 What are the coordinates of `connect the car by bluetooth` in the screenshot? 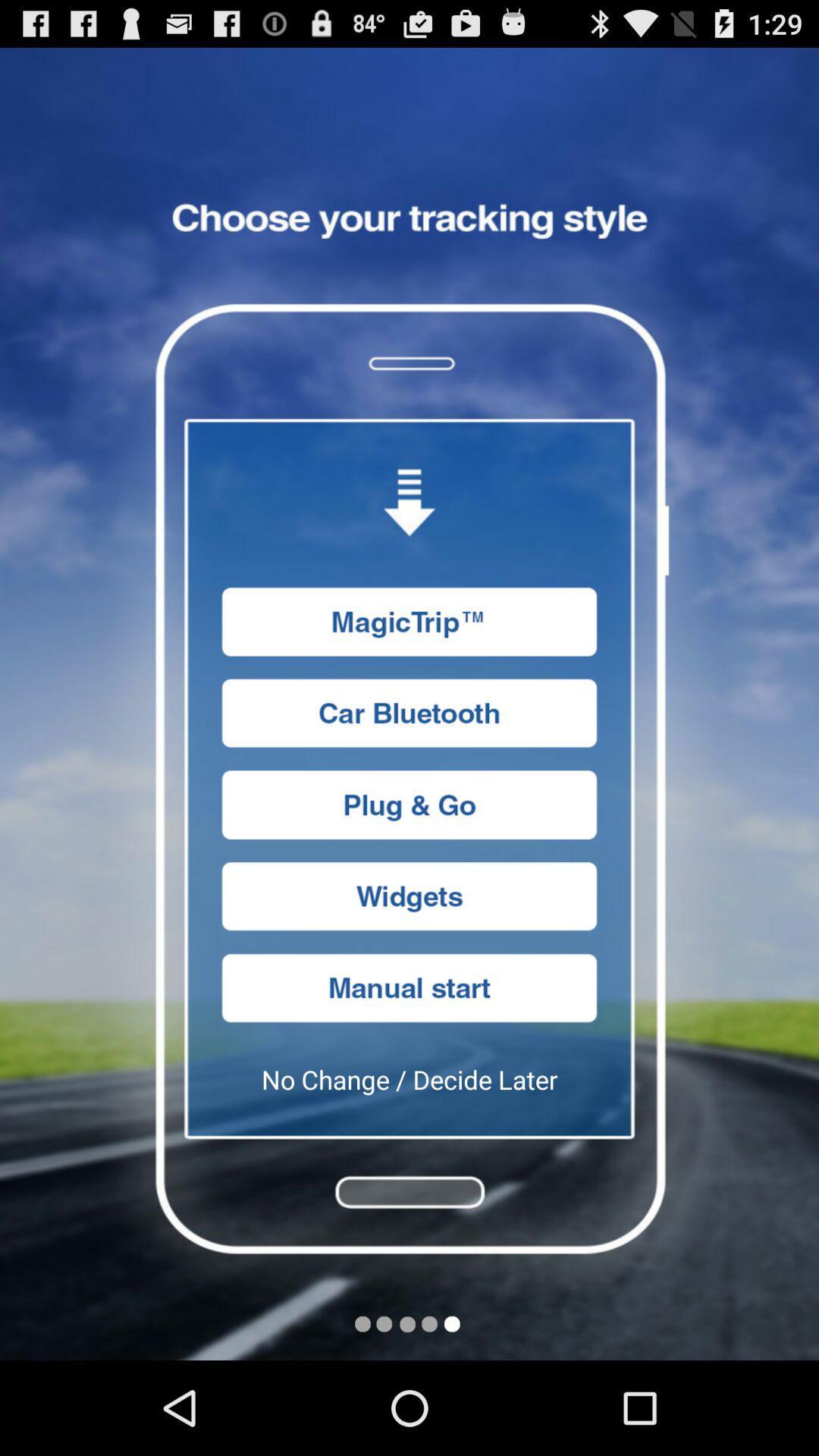 It's located at (409, 712).